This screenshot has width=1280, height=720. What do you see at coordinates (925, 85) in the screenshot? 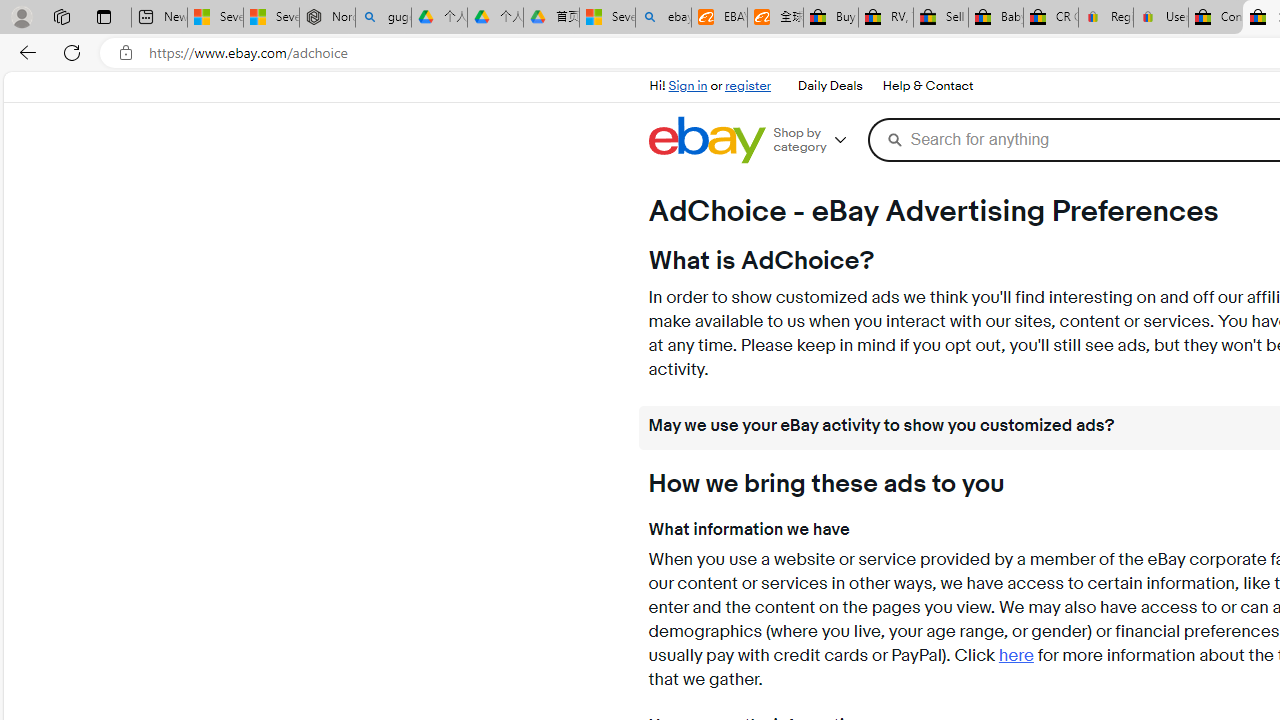
I see `'Help & Contact'` at bounding box center [925, 85].